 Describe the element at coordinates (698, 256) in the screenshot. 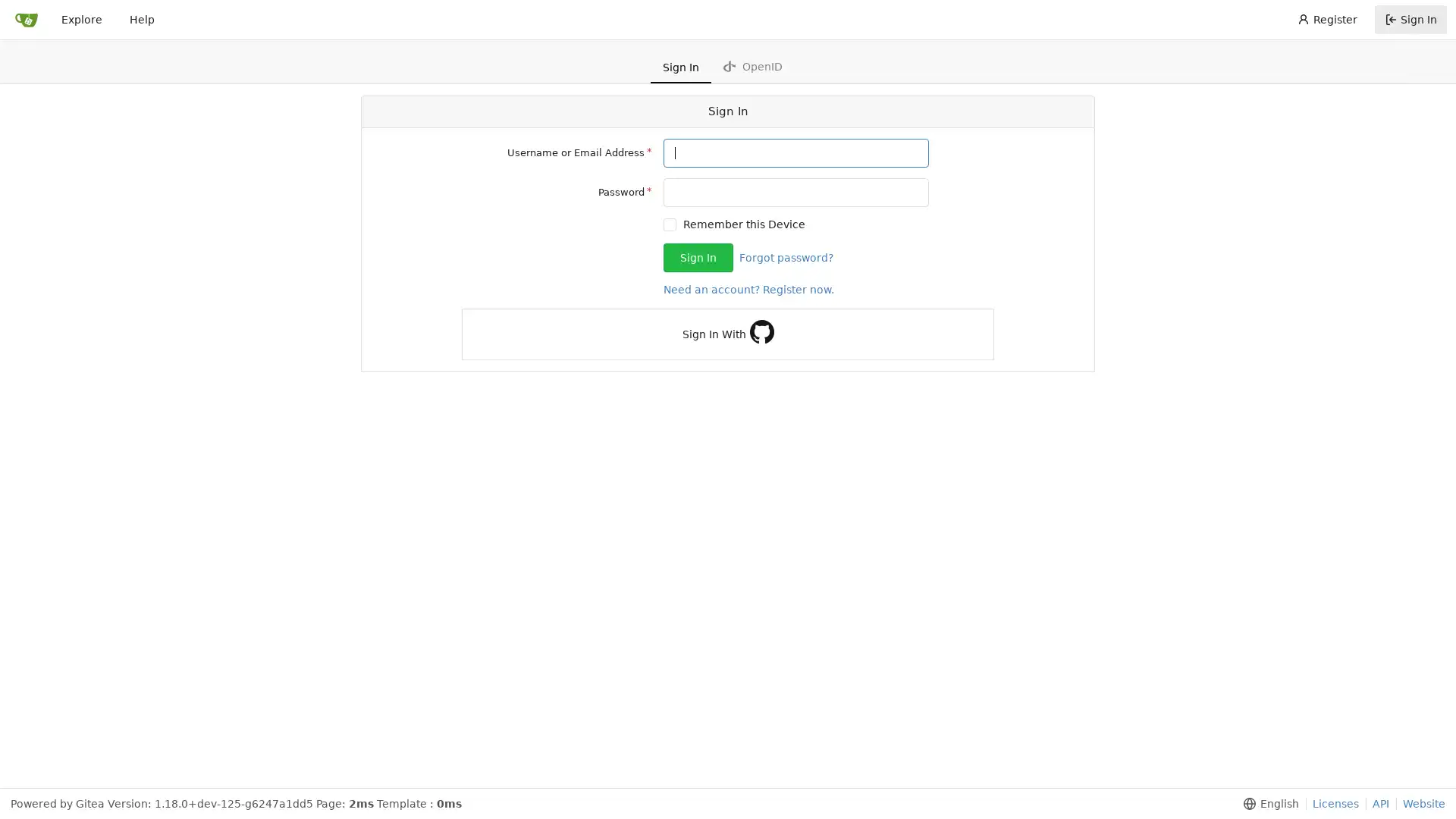

I see `Sign In` at that location.